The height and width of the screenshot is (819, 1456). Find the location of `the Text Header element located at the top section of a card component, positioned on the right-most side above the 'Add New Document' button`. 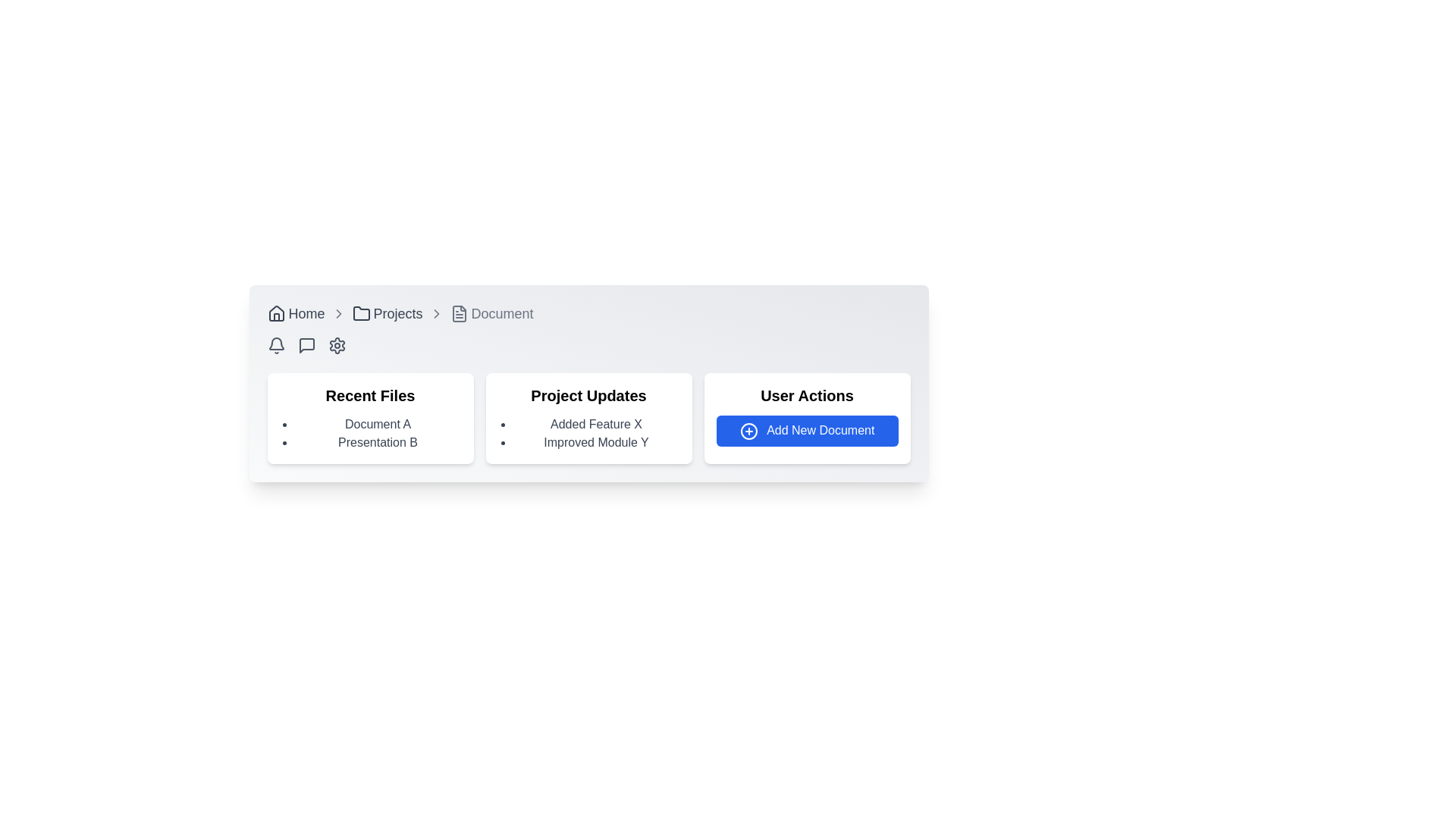

the Text Header element located at the top section of a card component, positioned on the right-most side above the 'Add New Document' button is located at coordinates (806, 394).